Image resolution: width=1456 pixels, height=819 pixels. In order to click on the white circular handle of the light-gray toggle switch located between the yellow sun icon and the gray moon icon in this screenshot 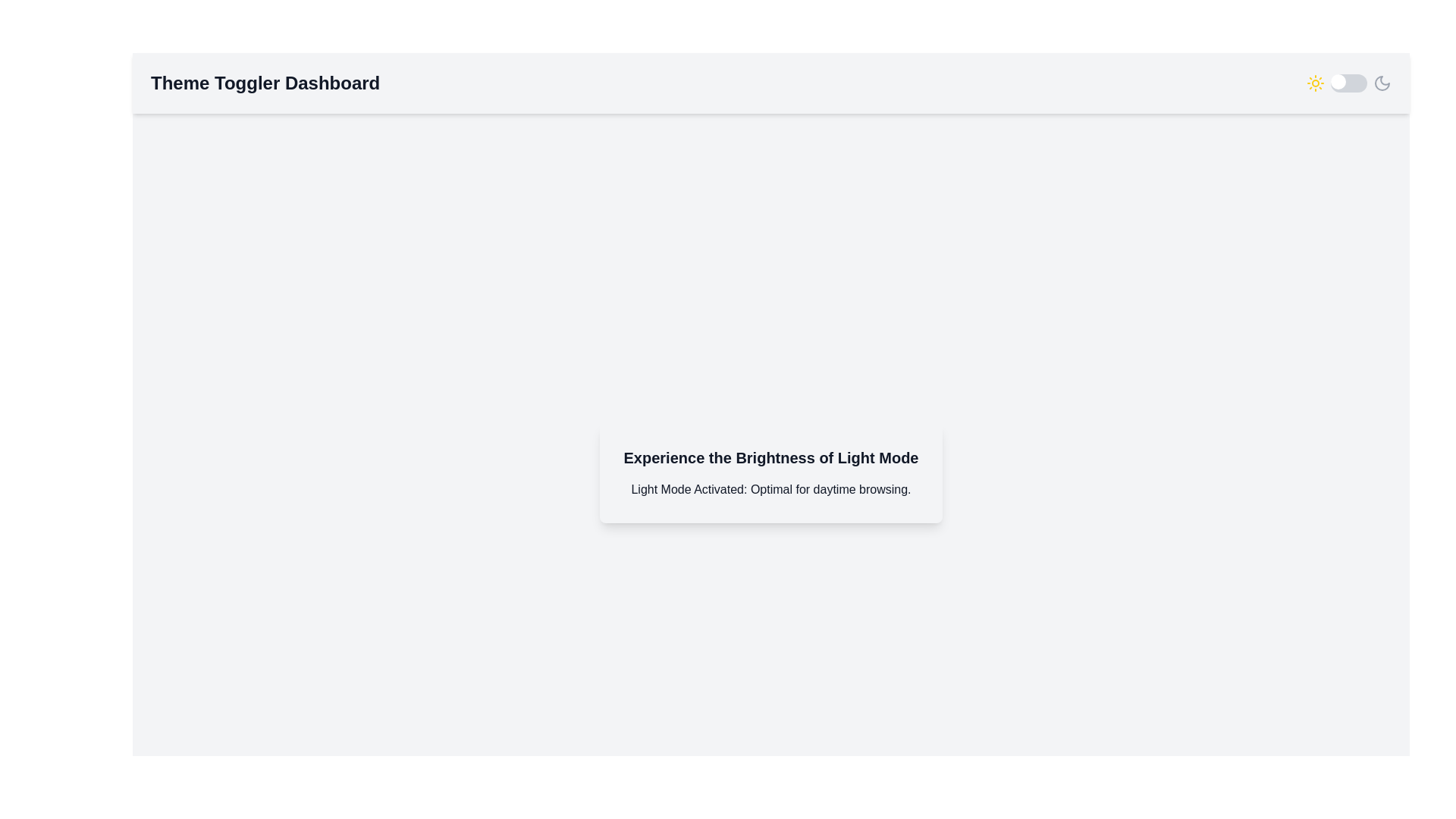, I will do `click(1349, 83)`.